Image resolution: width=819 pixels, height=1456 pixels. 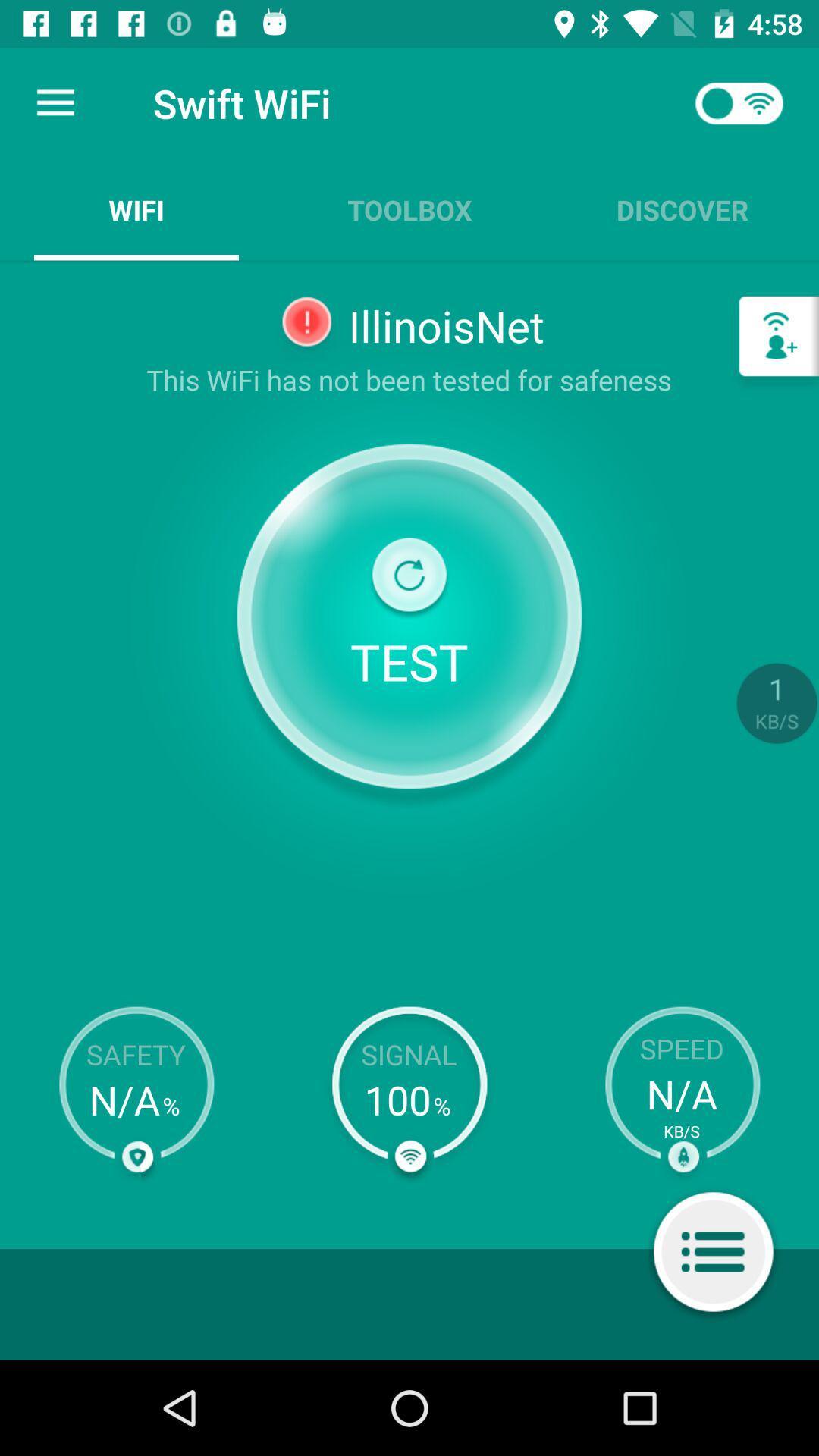 What do you see at coordinates (713, 1254) in the screenshot?
I see `the list icon` at bounding box center [713, 1254].